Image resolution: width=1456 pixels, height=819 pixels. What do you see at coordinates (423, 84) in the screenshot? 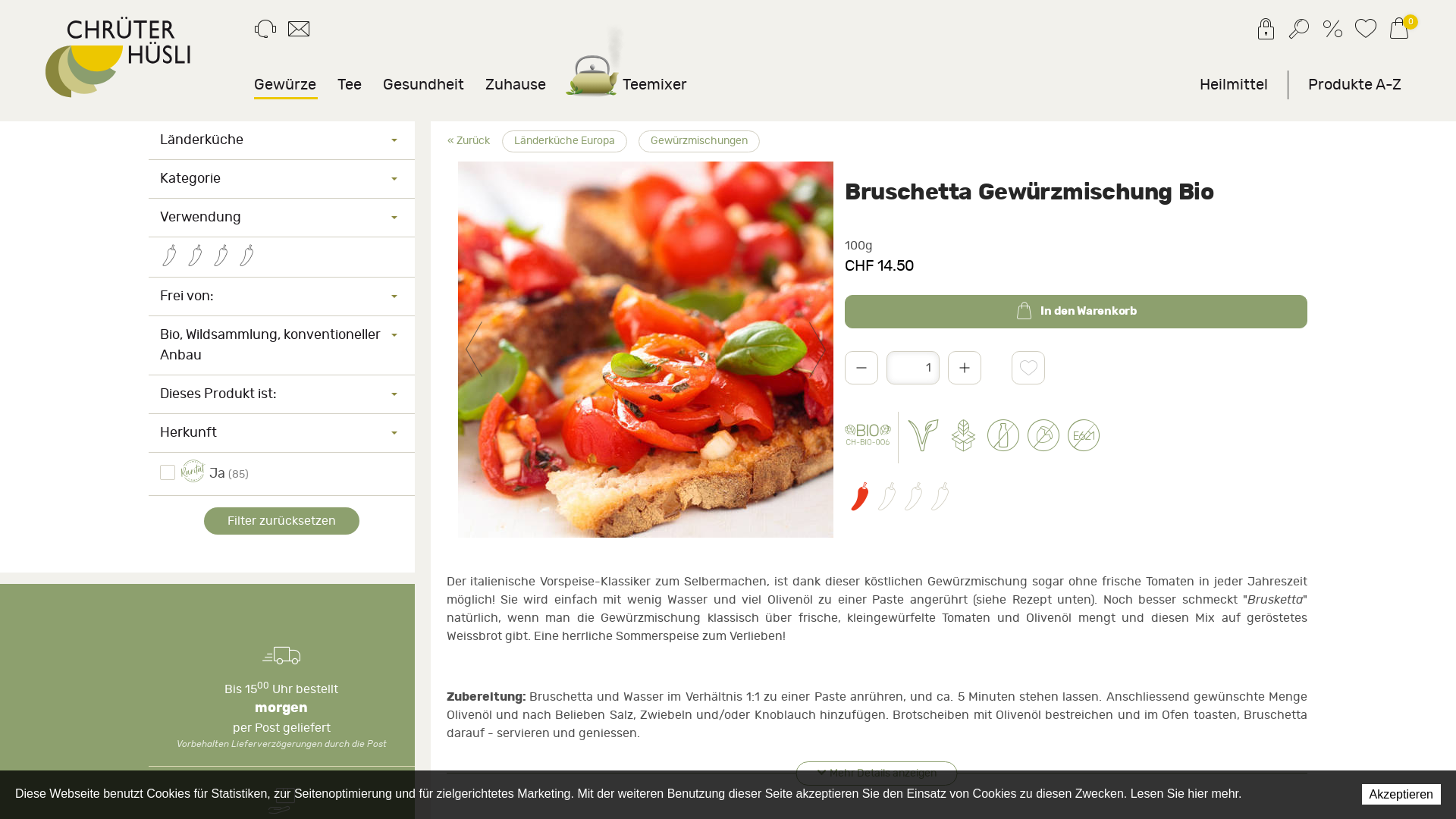
I see `'Gesundheit'` at bounding box center [423, 84].